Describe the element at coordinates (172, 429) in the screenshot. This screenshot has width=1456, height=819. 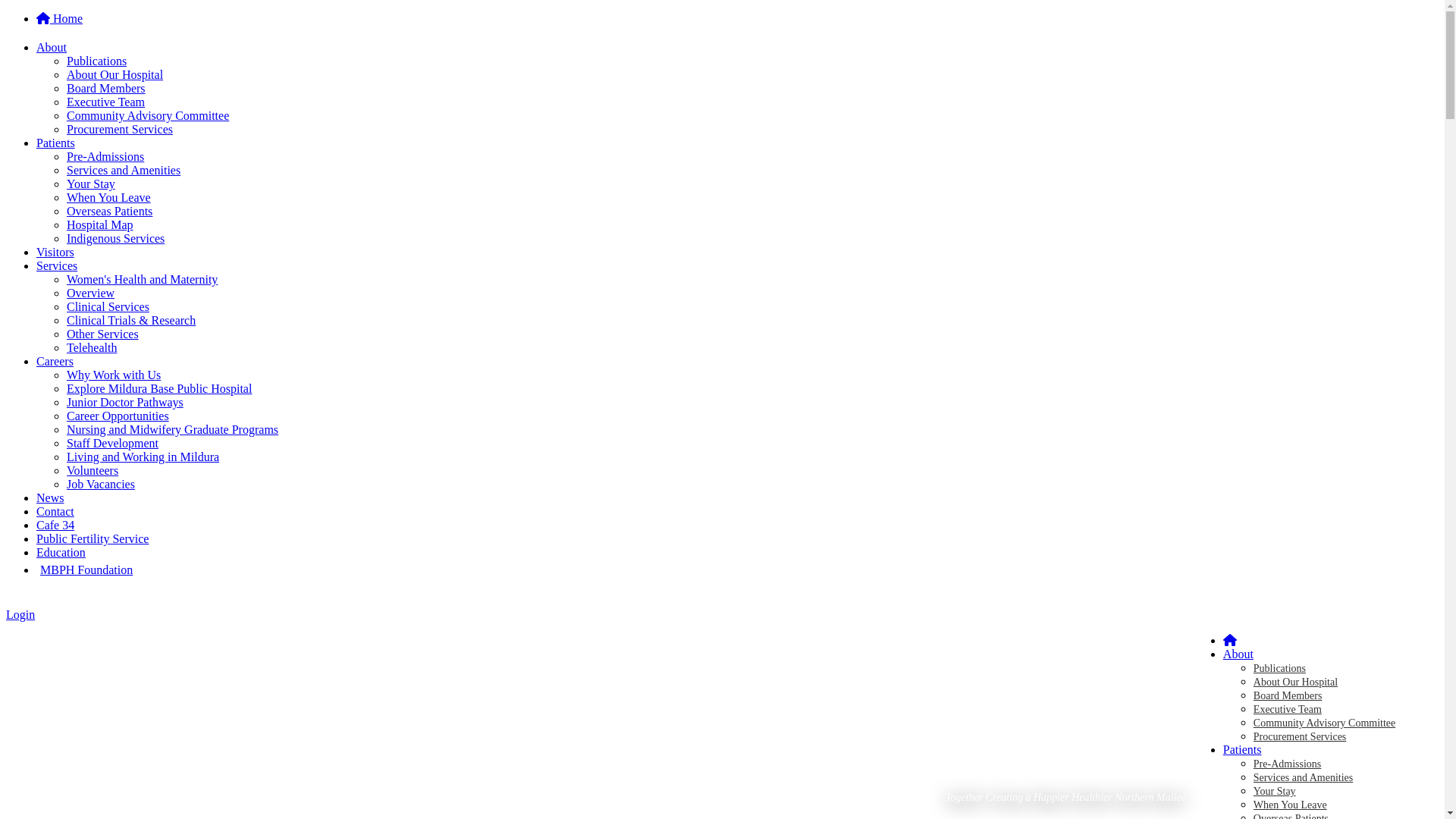
I see `'Nursing and Midwifery Graduate Programs'` at that location.